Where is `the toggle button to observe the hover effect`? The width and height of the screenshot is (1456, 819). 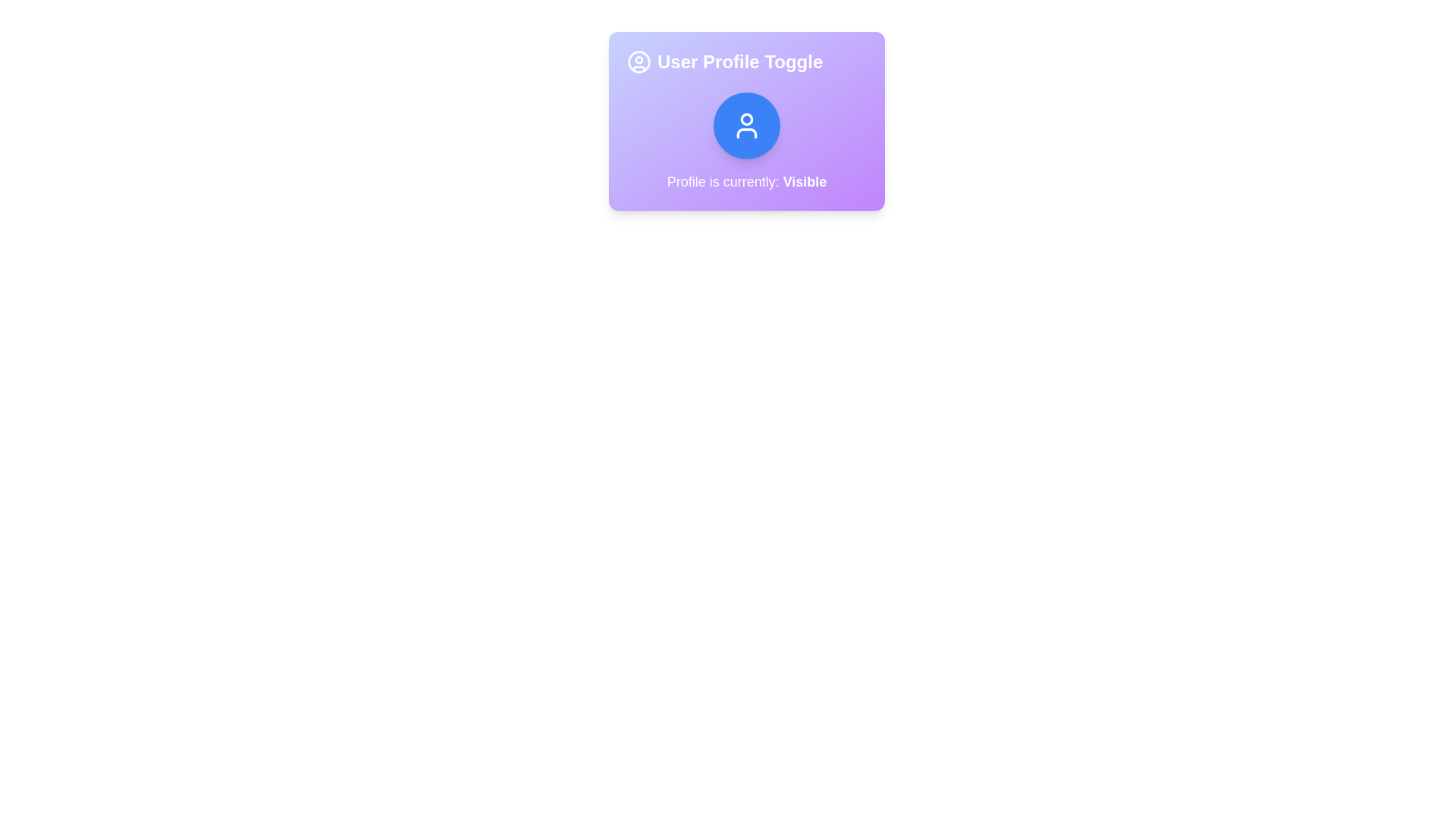 the toggle button to observe the hover effect is located at coordinates (746, 124).